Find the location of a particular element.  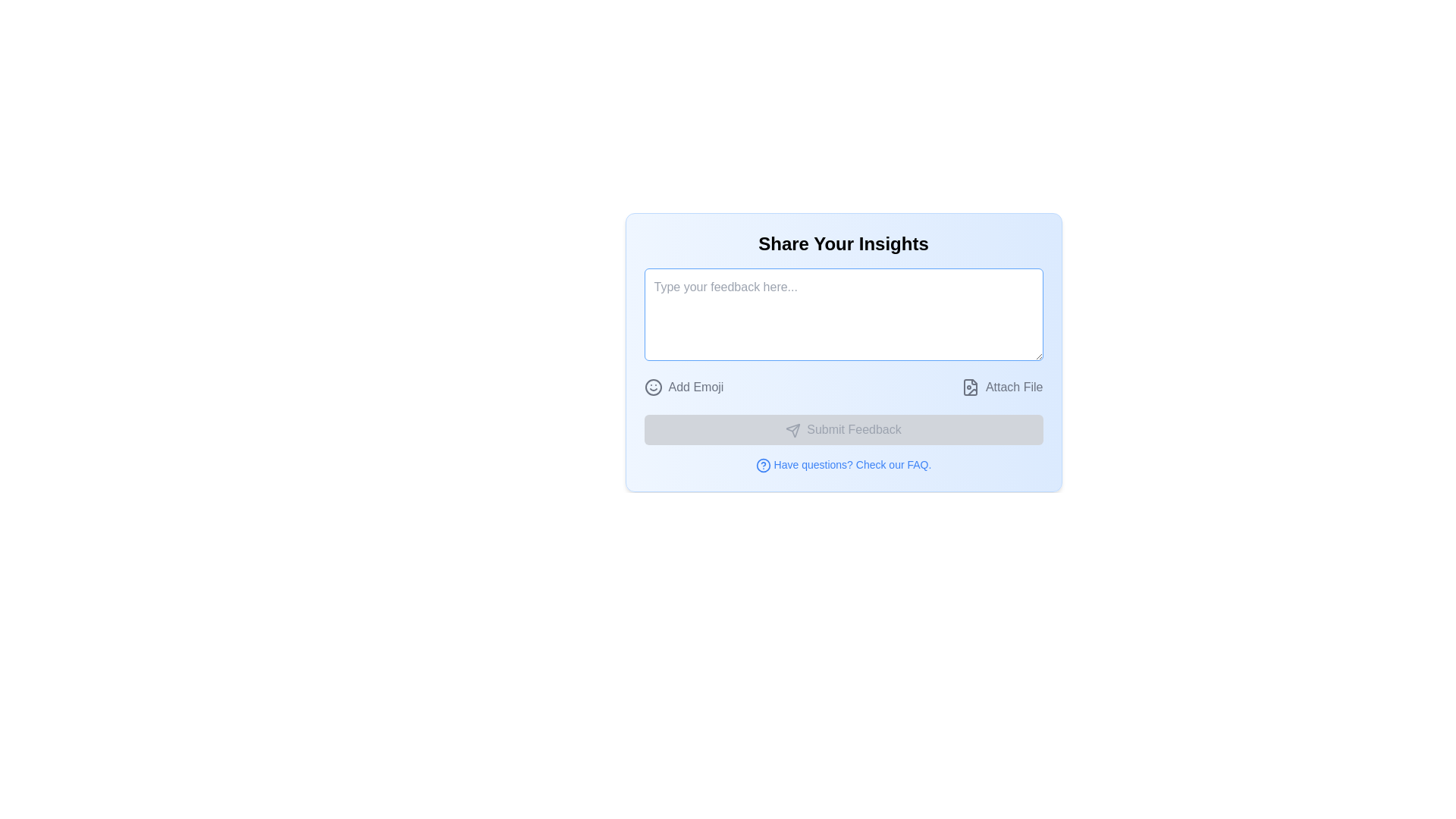

the decorative graphic element, which is the outermost circular boundary of an SVG icon representing 'help', located in the bottom region of the interface is located at coordinates (763, 465).